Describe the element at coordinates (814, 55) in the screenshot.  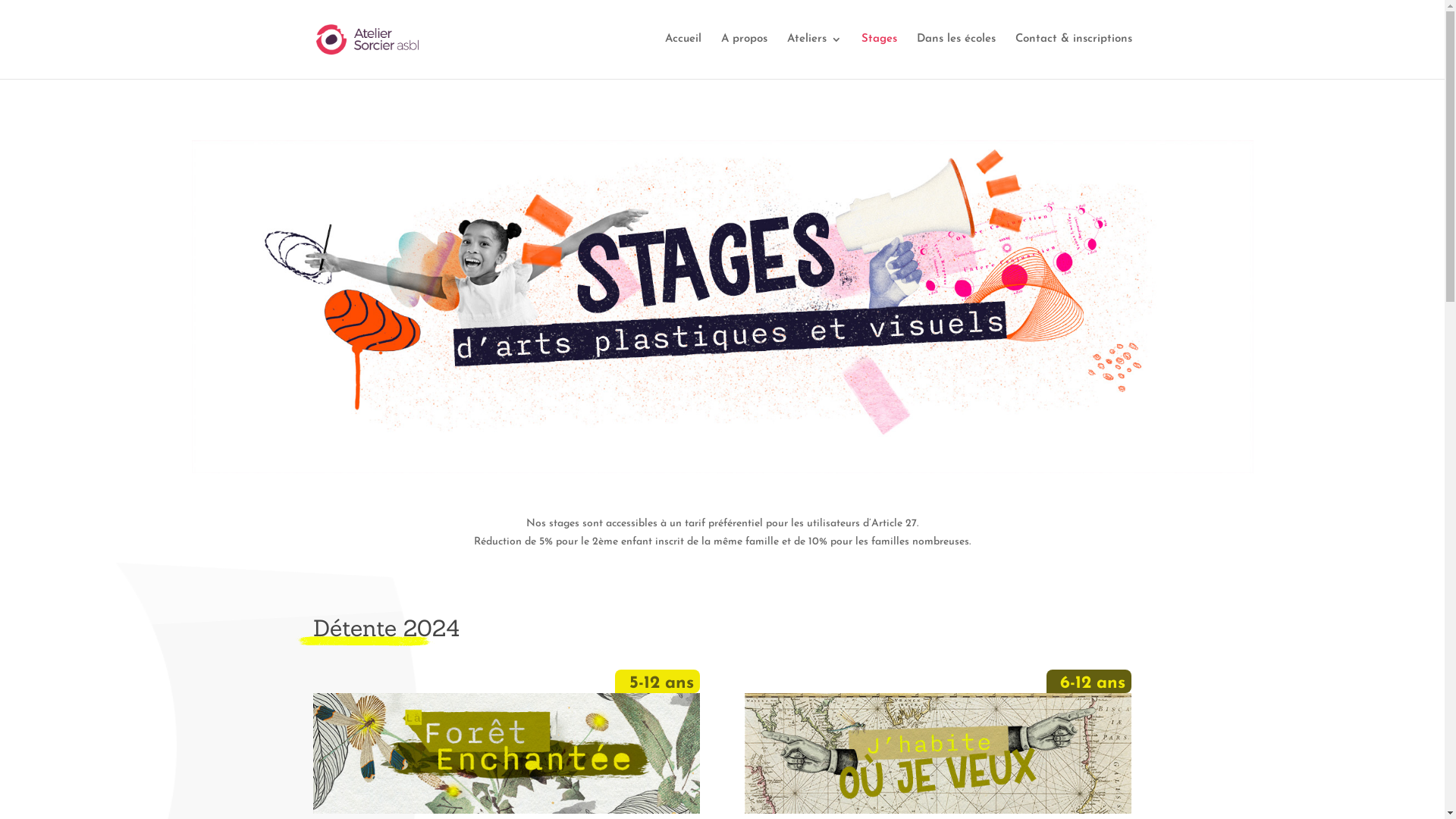
I see `'Ateliers'` at that location.